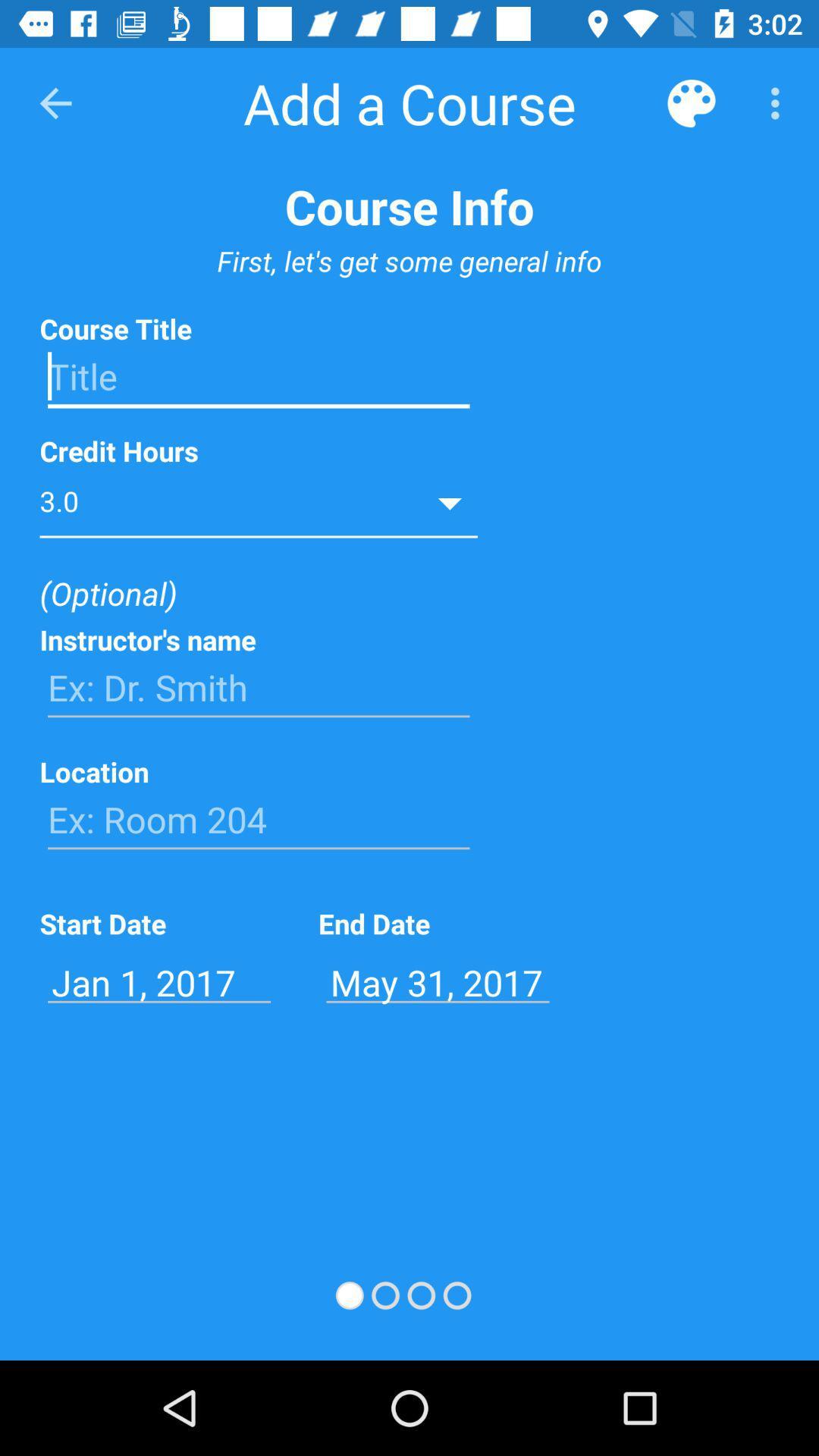 The image size is (819, 1456). What do you see at coordinates (779, 103) in the screenshot?
I see `the three dots present at right side corner` at bounding box center [779, 103].